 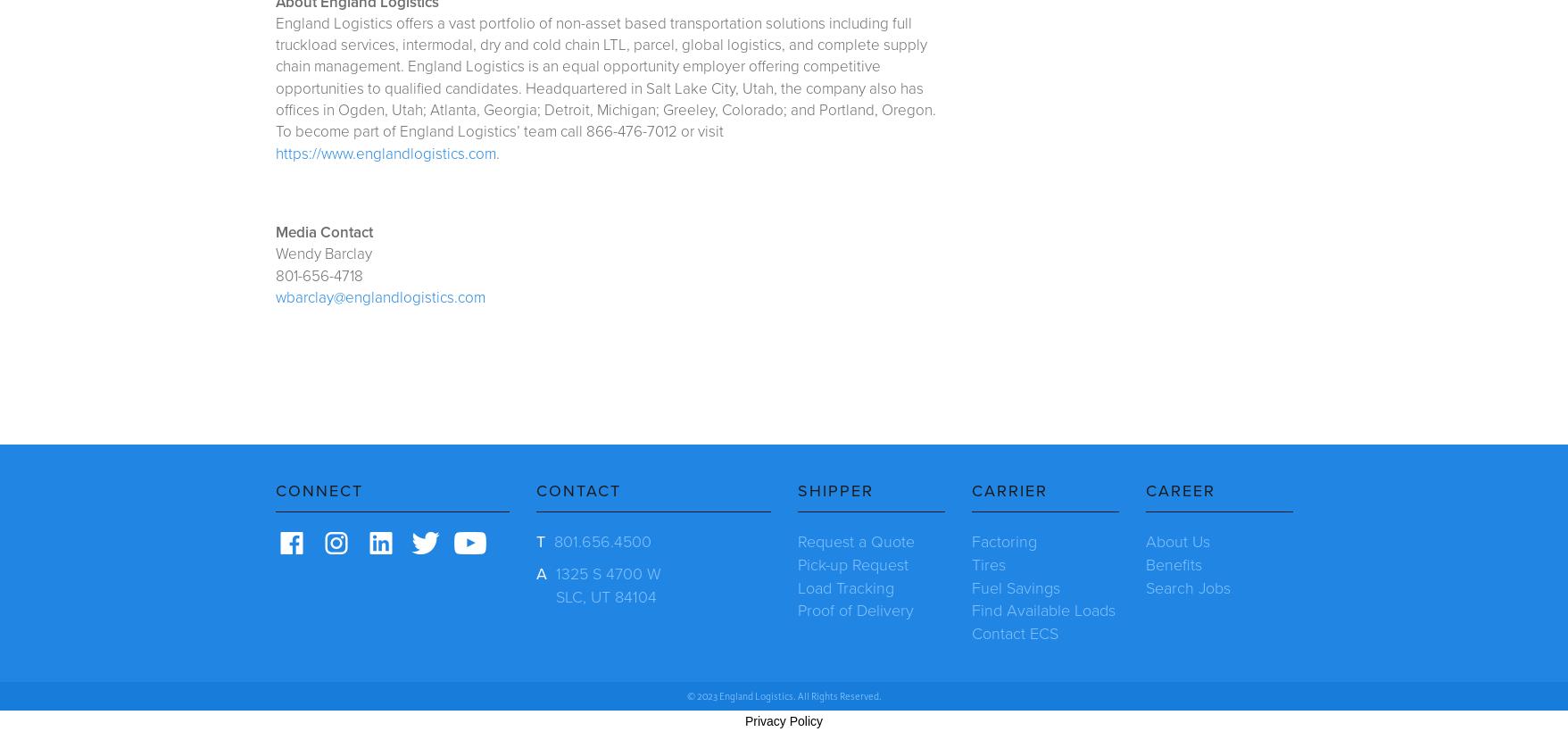 What do you see at coordinates (1014, 586) in the screenshot?
I see `'Fuel Savings'` at bounding box center [1014, 586].